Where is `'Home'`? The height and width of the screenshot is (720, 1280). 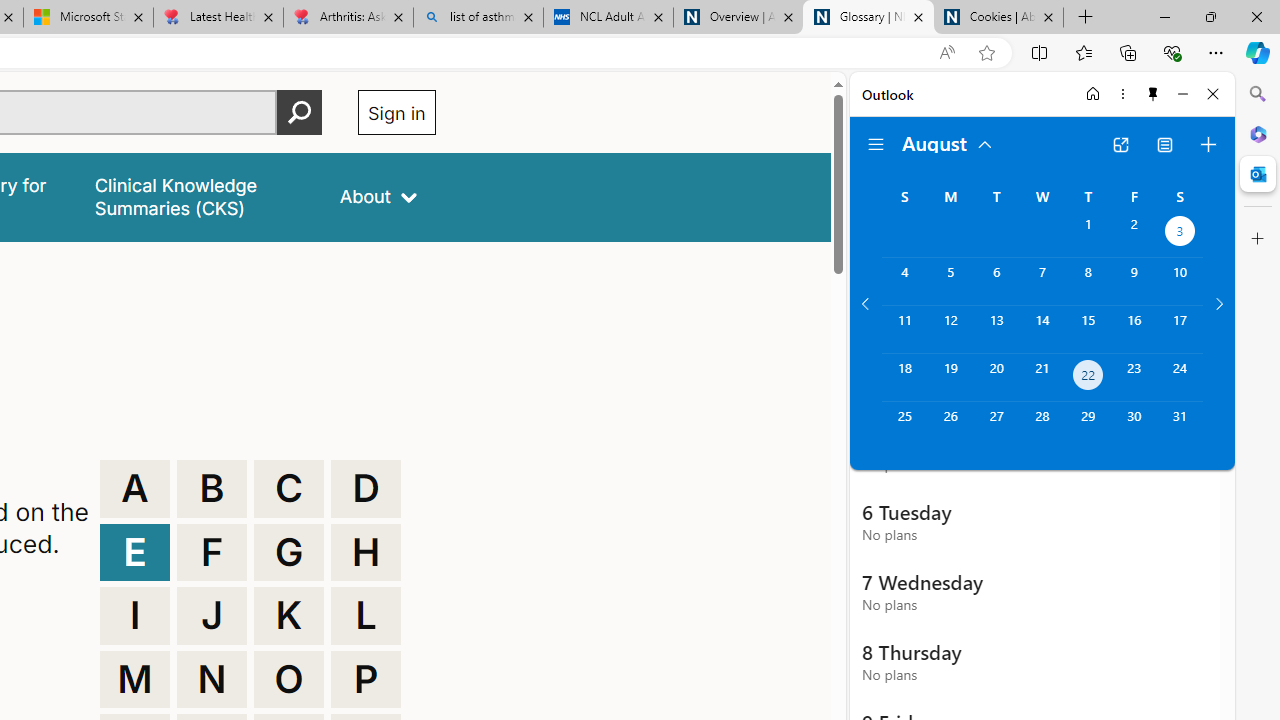 'Home' is located at coordinates (1092, 93).